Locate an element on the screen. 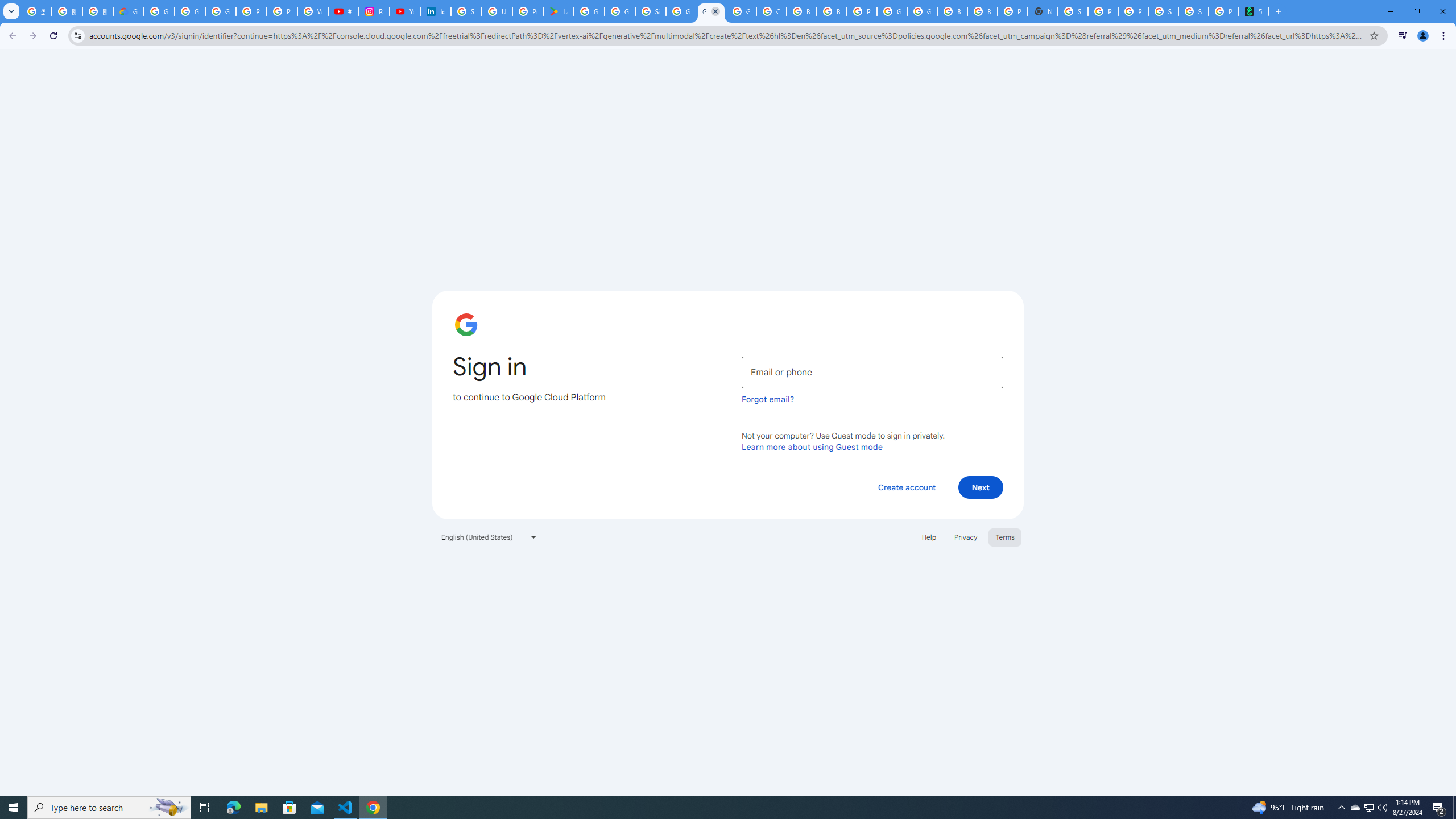  'Help' is located at coordinates (928, 536).